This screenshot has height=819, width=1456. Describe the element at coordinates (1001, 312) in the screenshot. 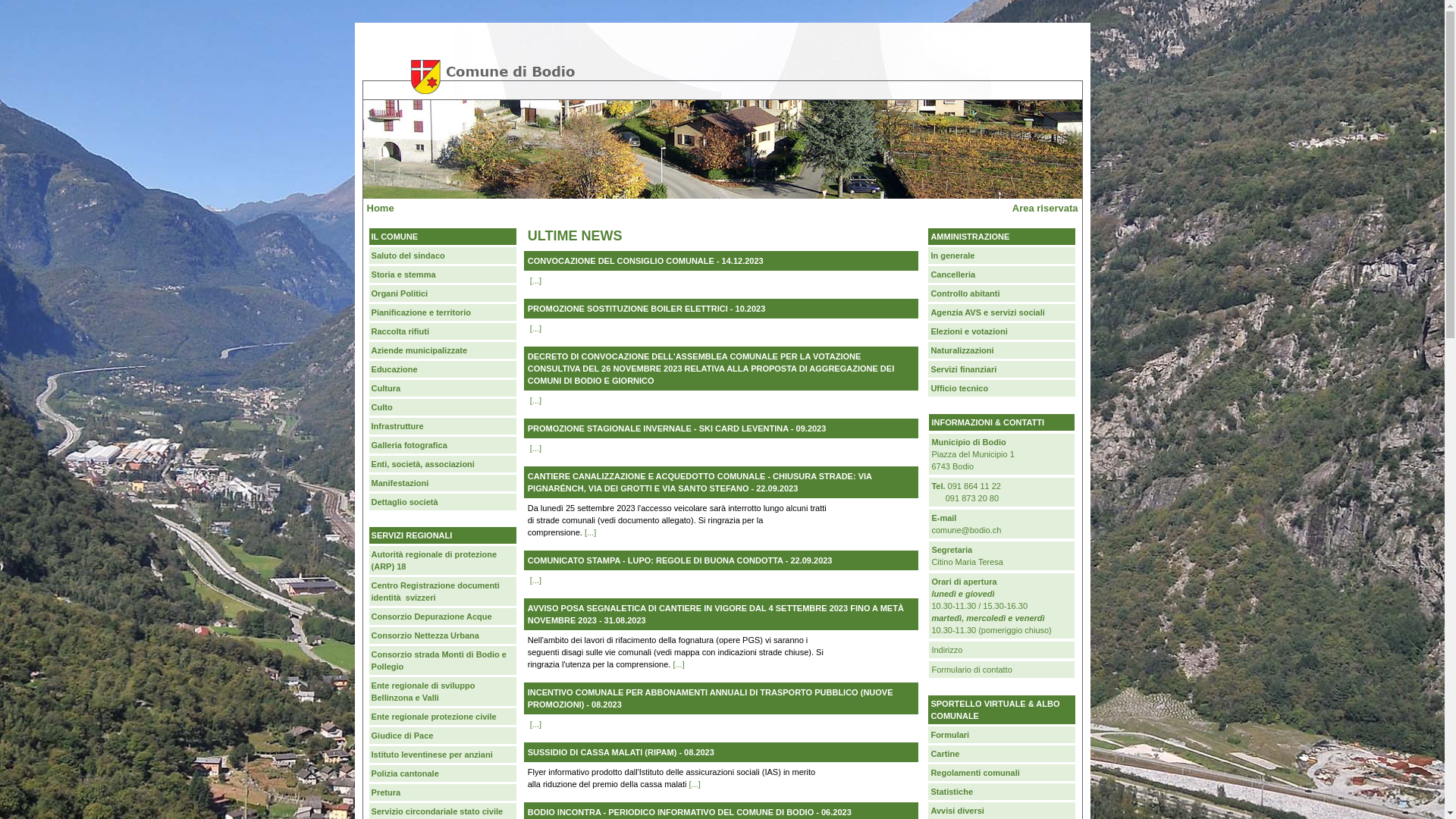

I see `'Agenzia AVS e servizi sociali'` at that location.